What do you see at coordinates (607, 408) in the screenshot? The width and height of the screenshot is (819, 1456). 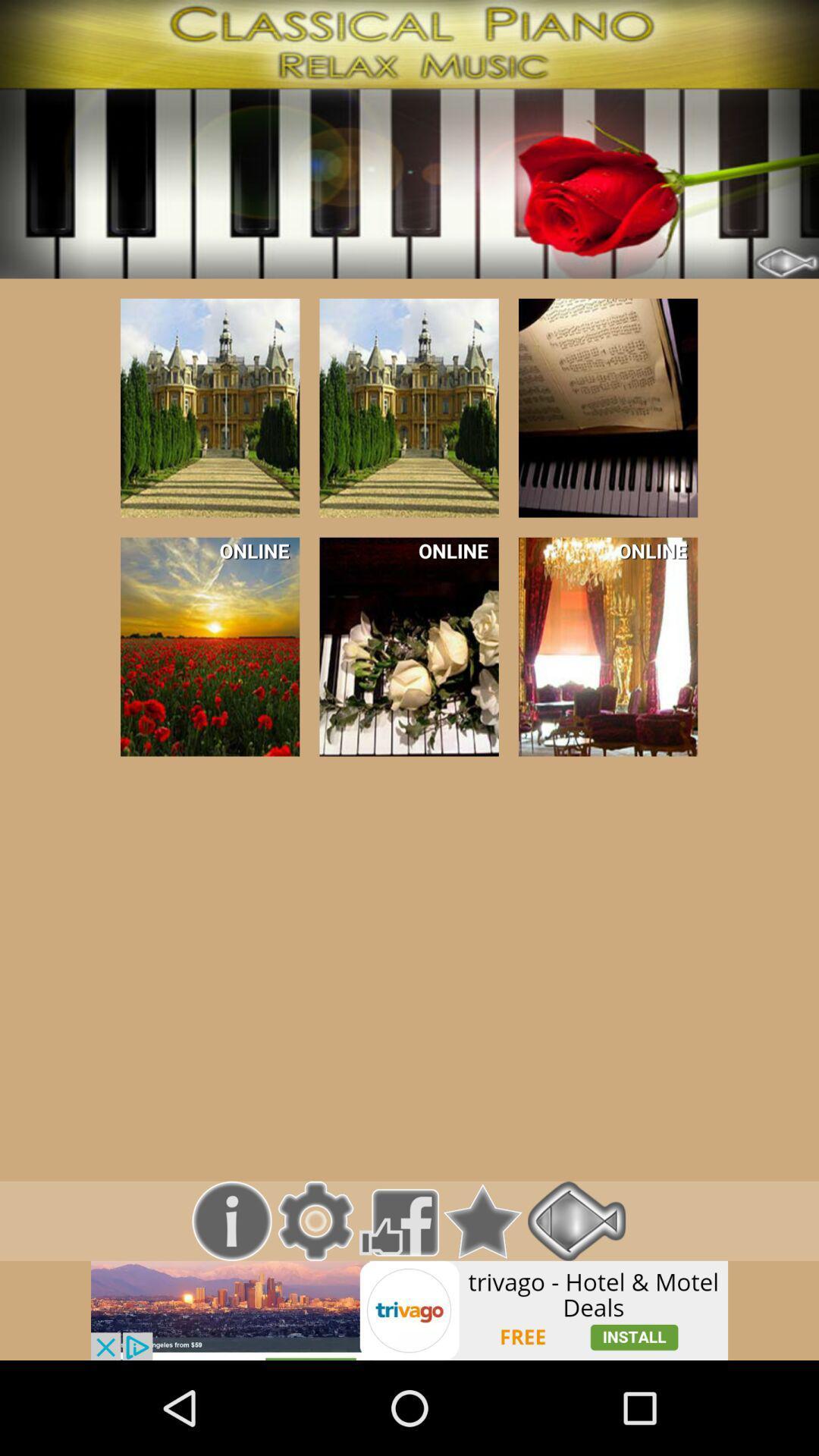 I see `picture of a piano` at bounding box center [607, 408].